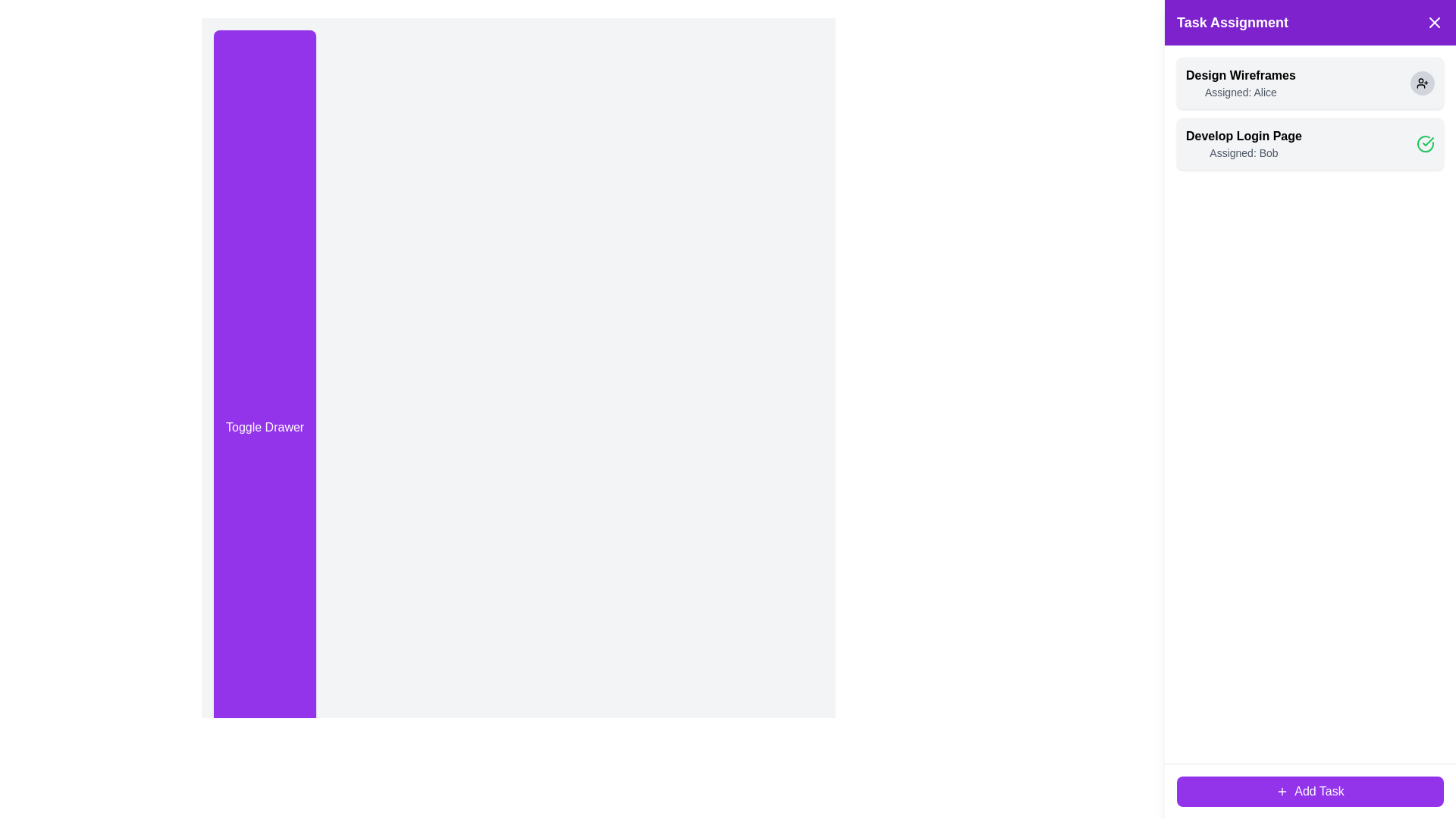 This screenshot has height=819, width=1456. I want to click on text 'Add Task' from the bold white text label located within the button at the bottom-right corner of the interface, so click(1318, 791).